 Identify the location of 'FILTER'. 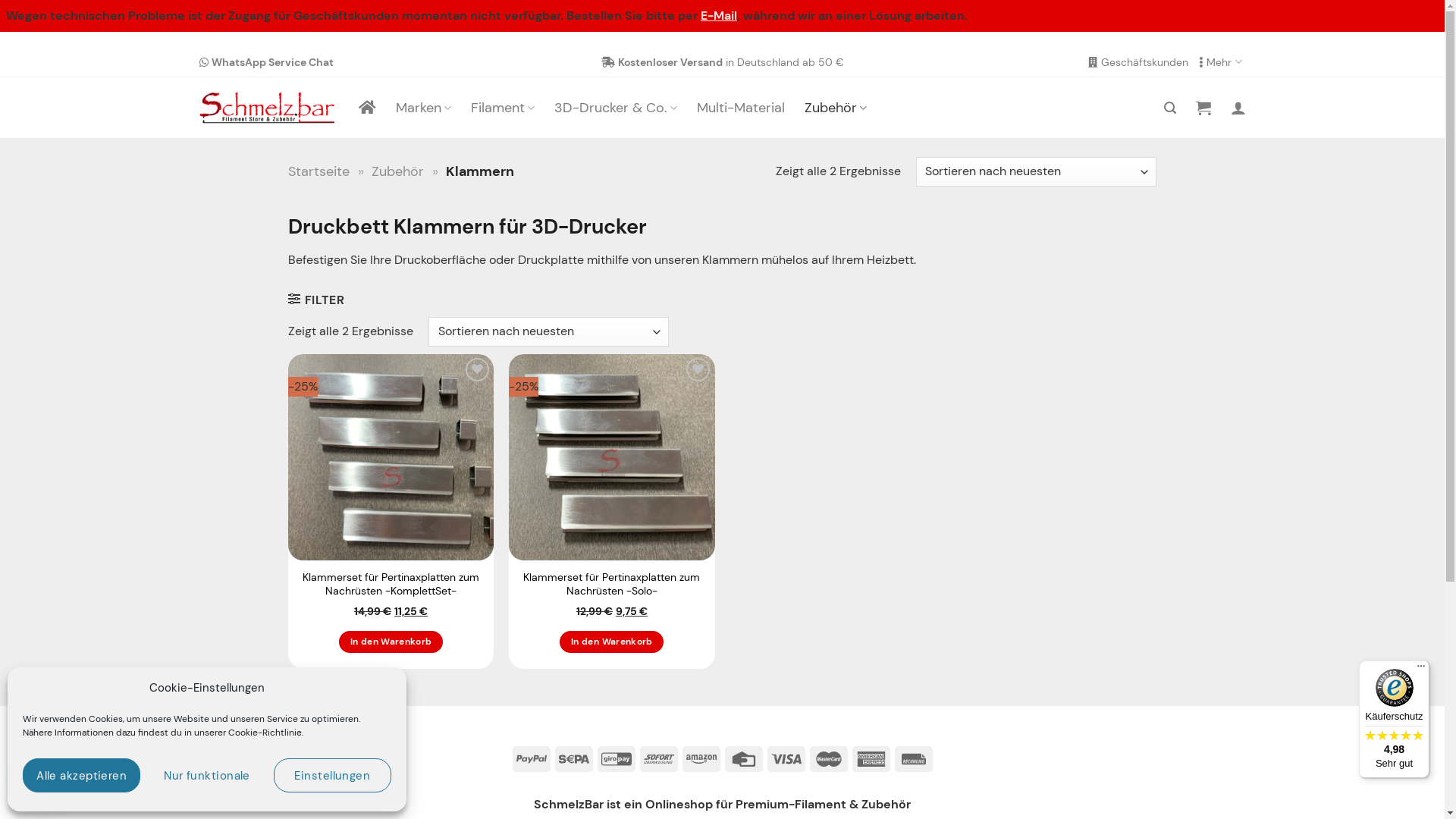
(287, 299).